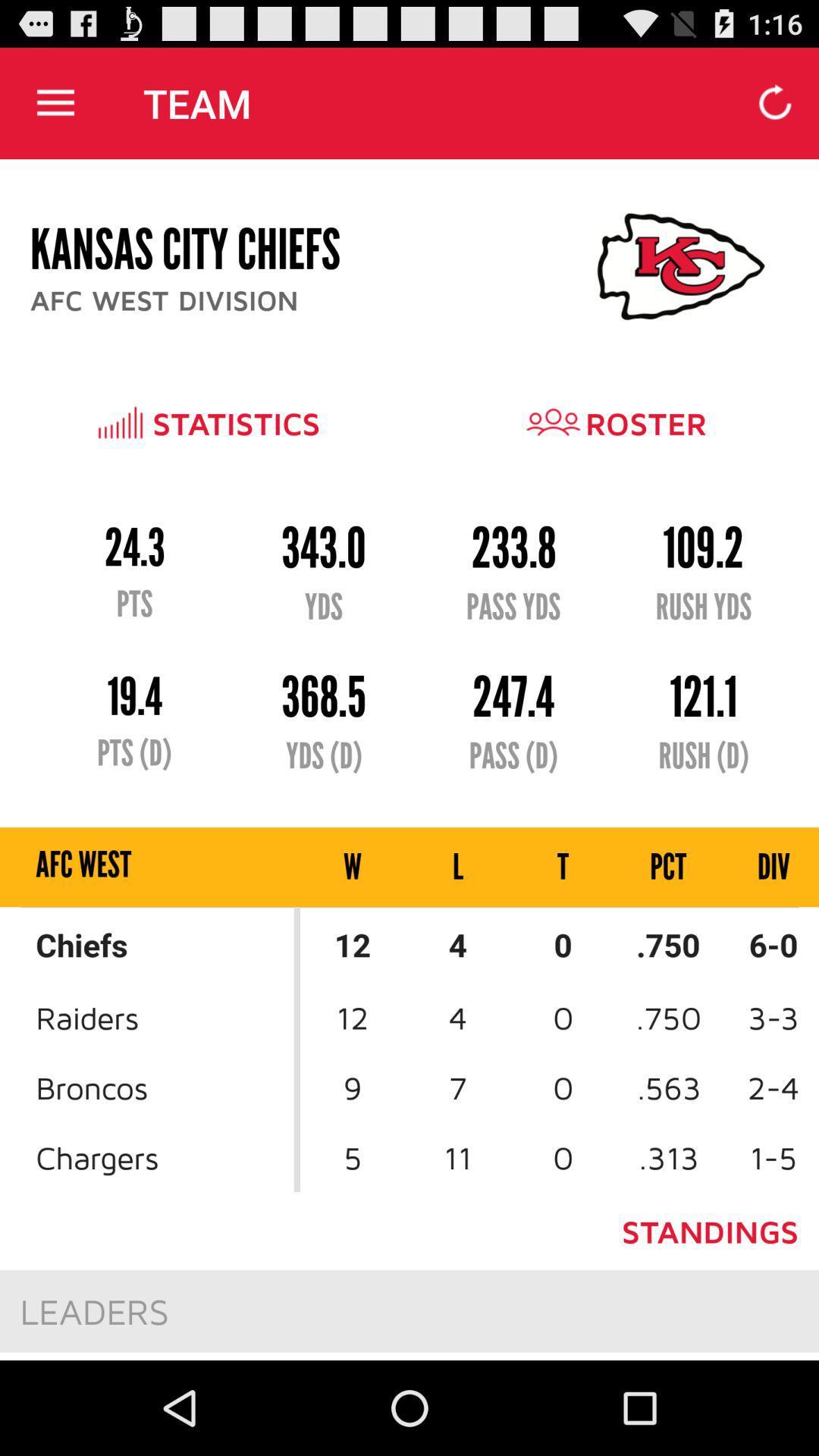 This screenshot has height=1456, width=819. I want to click on the icon next to pct, so click(563, 867).